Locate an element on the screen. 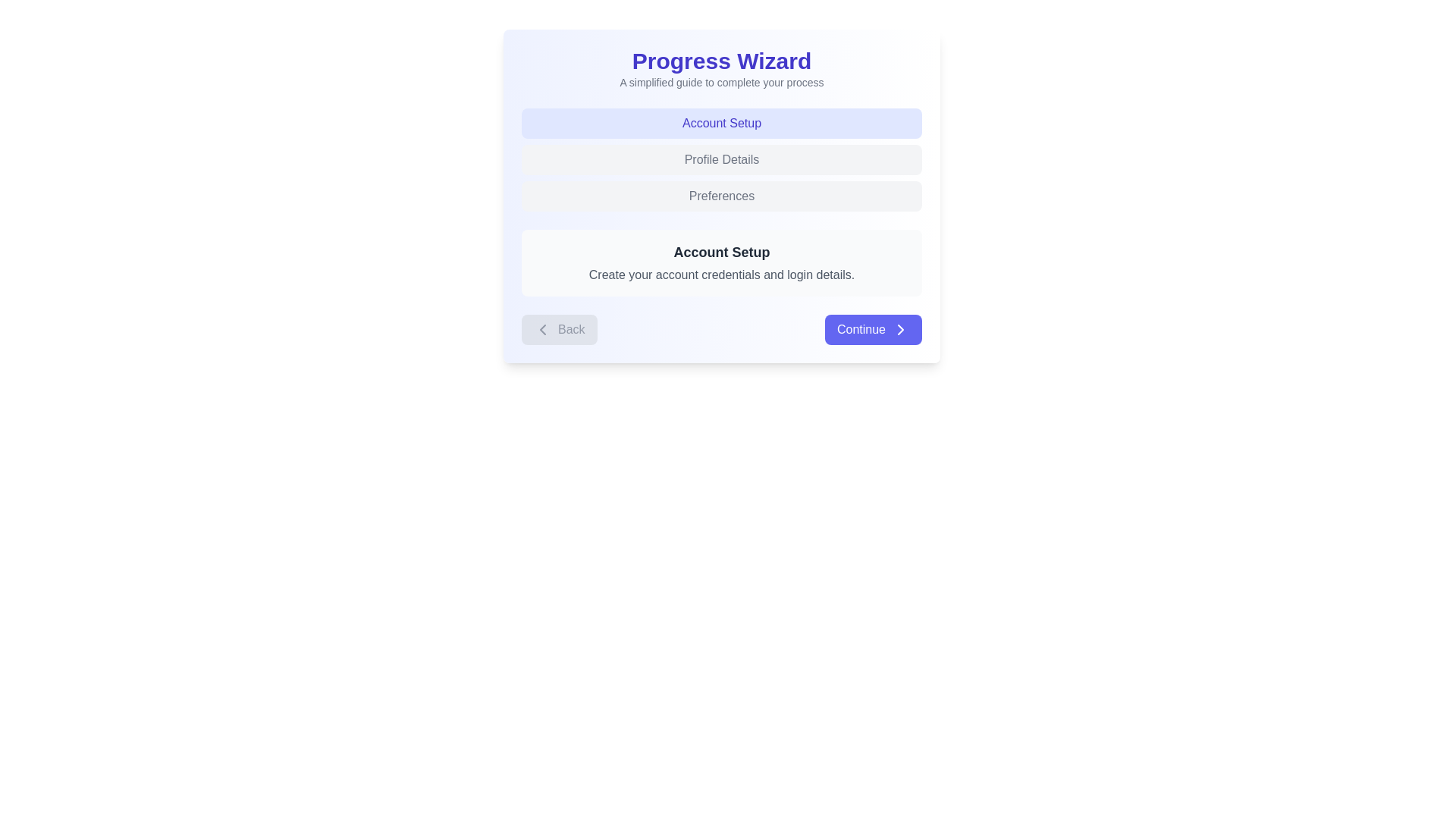  the chevron icon located on the right edge of the 'Continue' button, which indicates forward navigation is located at coordinates (901, 329).